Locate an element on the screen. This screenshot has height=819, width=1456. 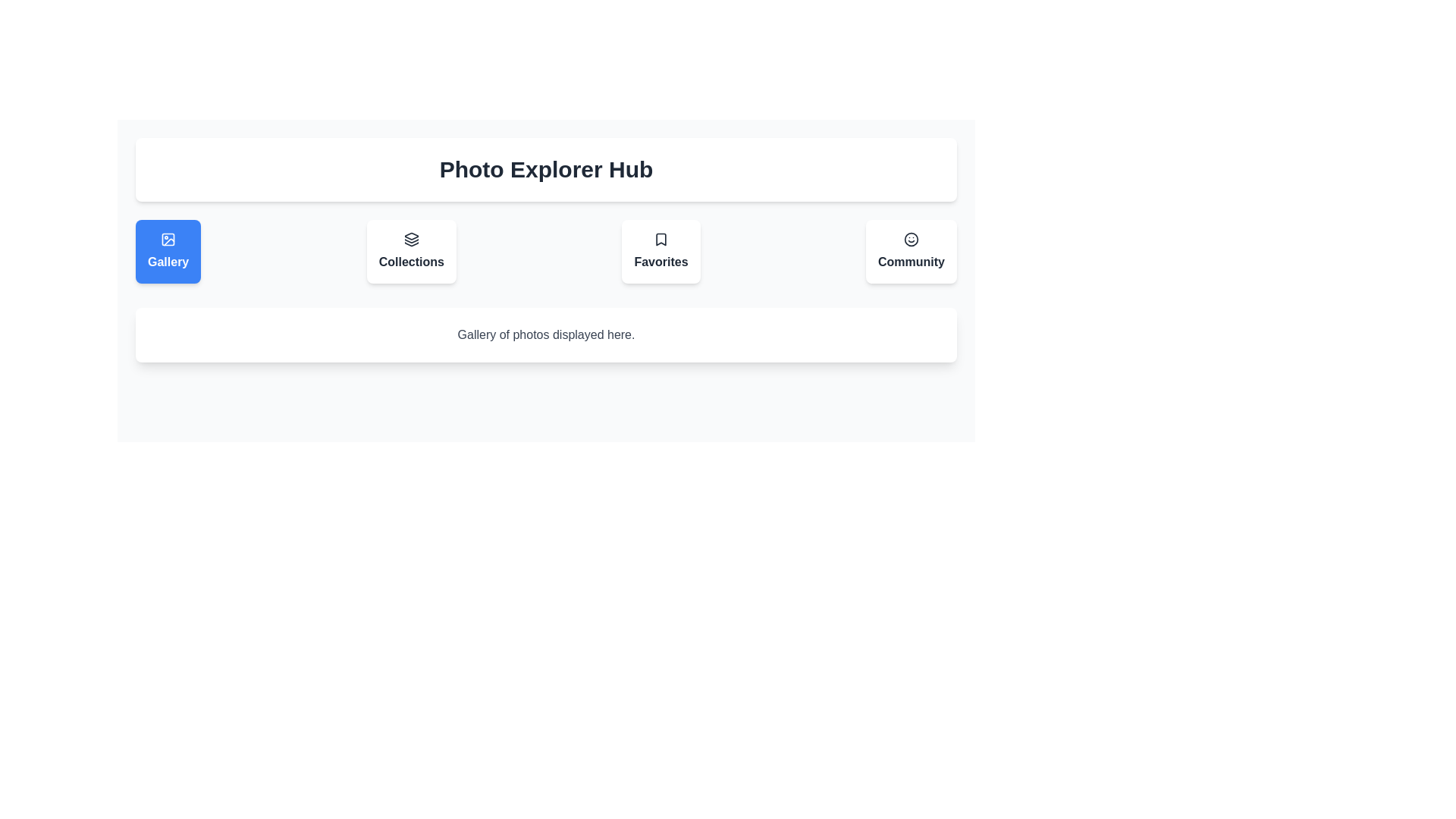
text label displaying 'Gallery' which is bold and located within a dark blue button with rounded corners, positioned below an icon is located at coordinates (168, 262).